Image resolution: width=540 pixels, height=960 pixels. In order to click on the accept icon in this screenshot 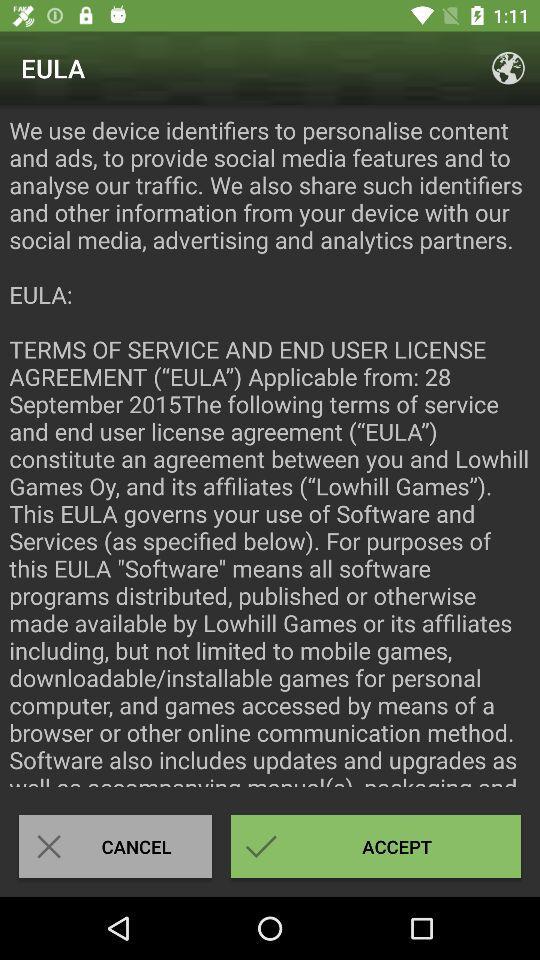, I will do `click(376, 845)`.